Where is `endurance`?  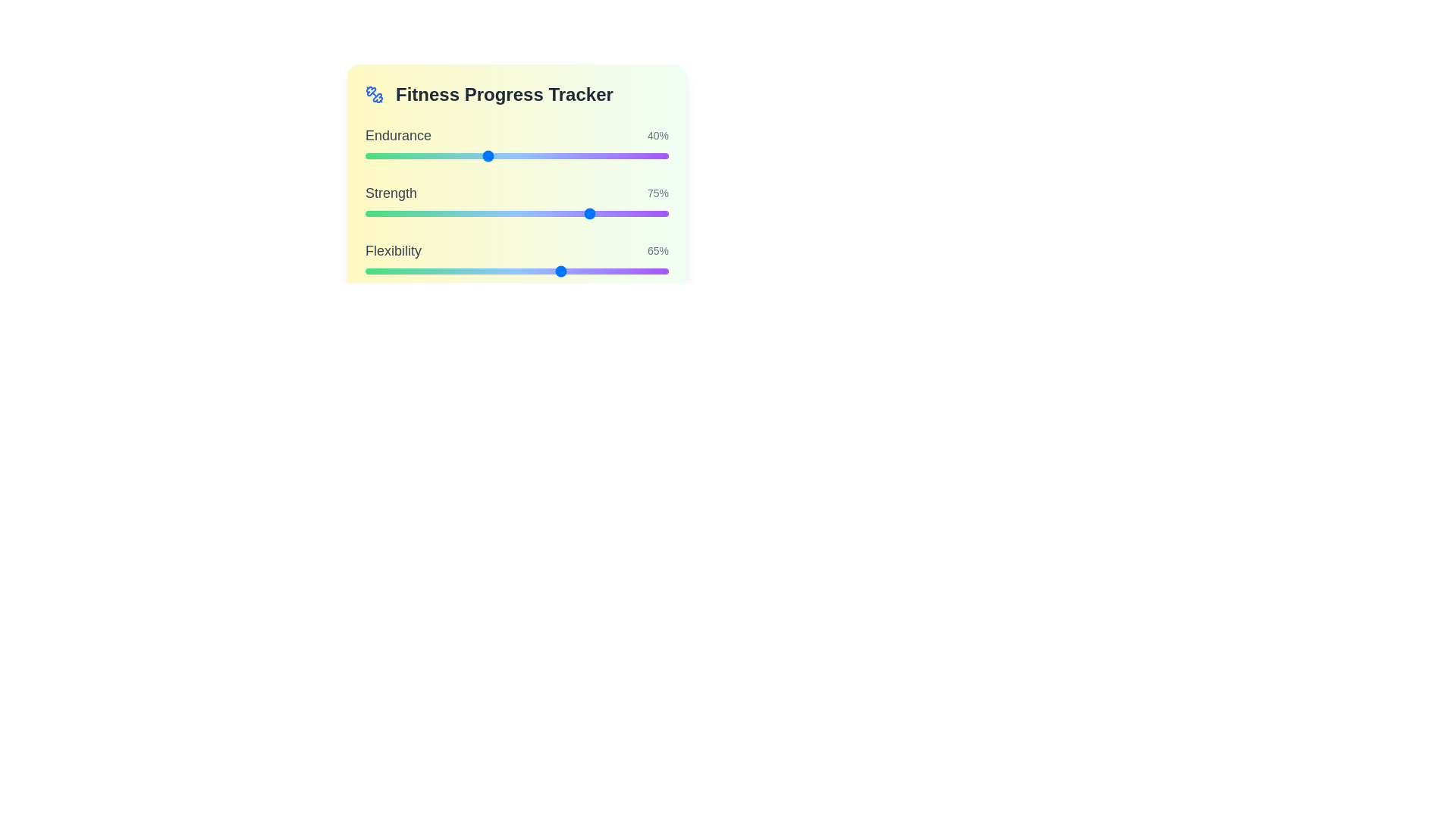
endurance is located at coordinates (532, 155).